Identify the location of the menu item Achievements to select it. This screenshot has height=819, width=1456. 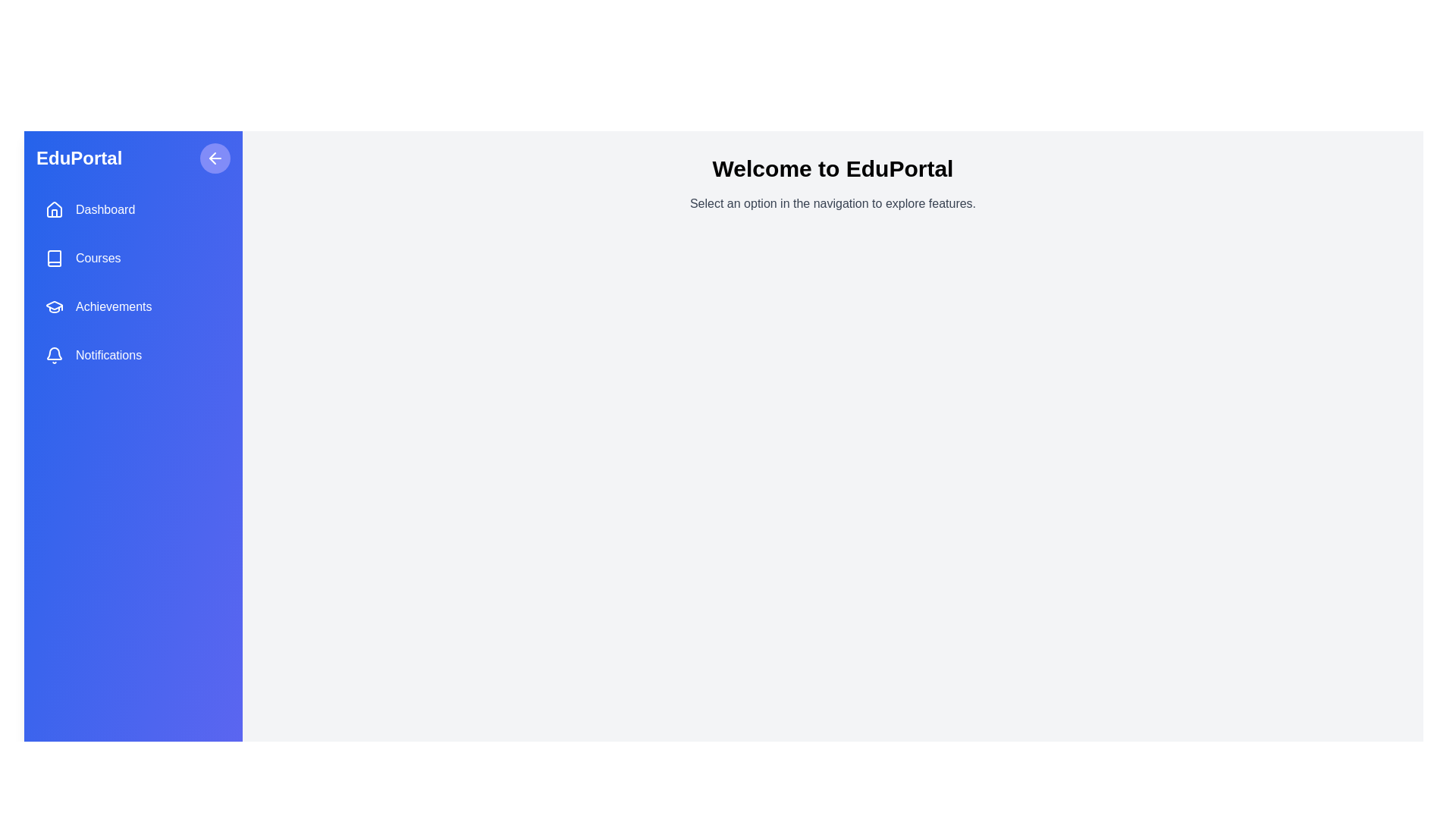
(133, 307).